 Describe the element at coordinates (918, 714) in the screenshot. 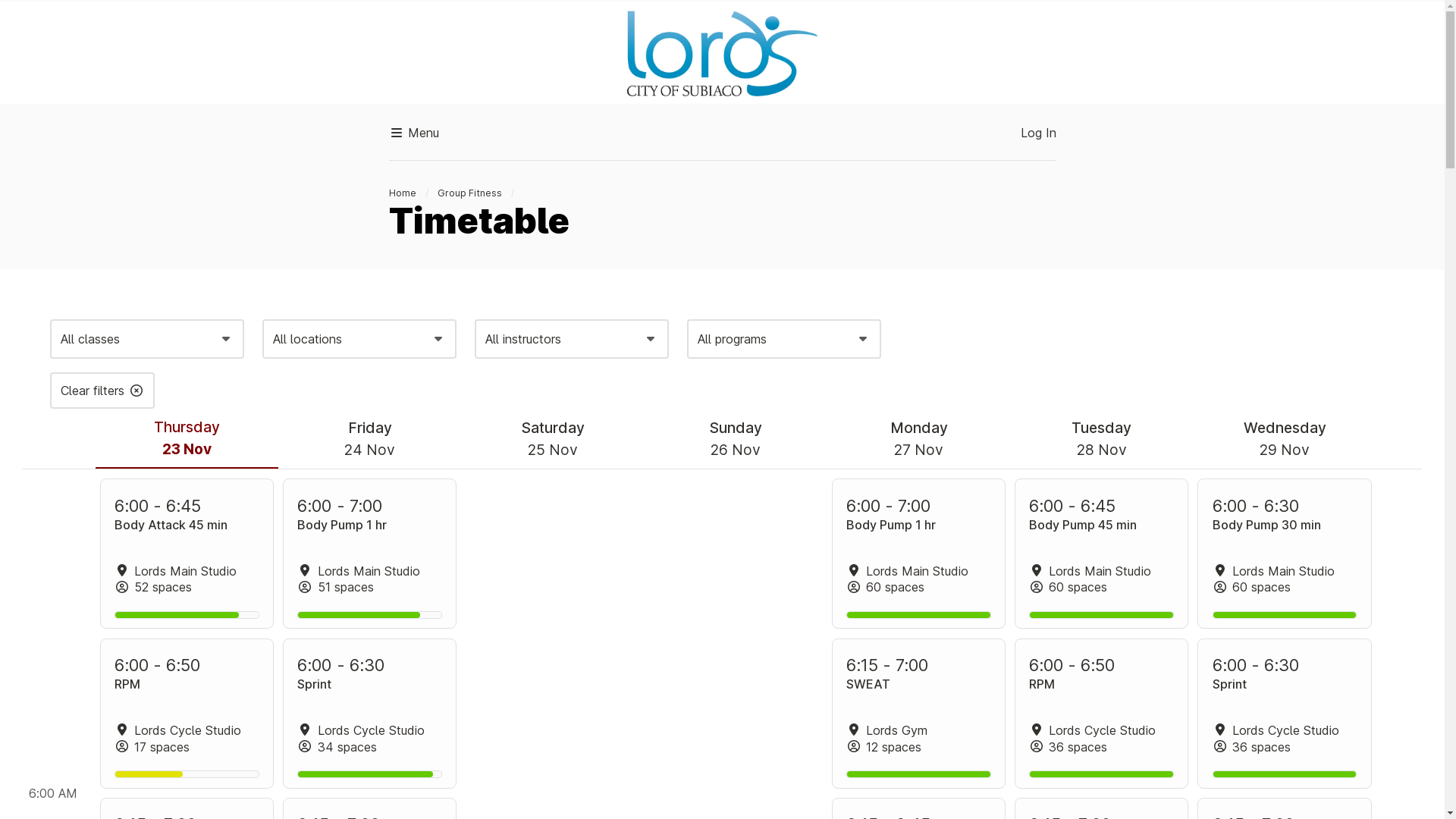

I see `'SWEAT` at that location.